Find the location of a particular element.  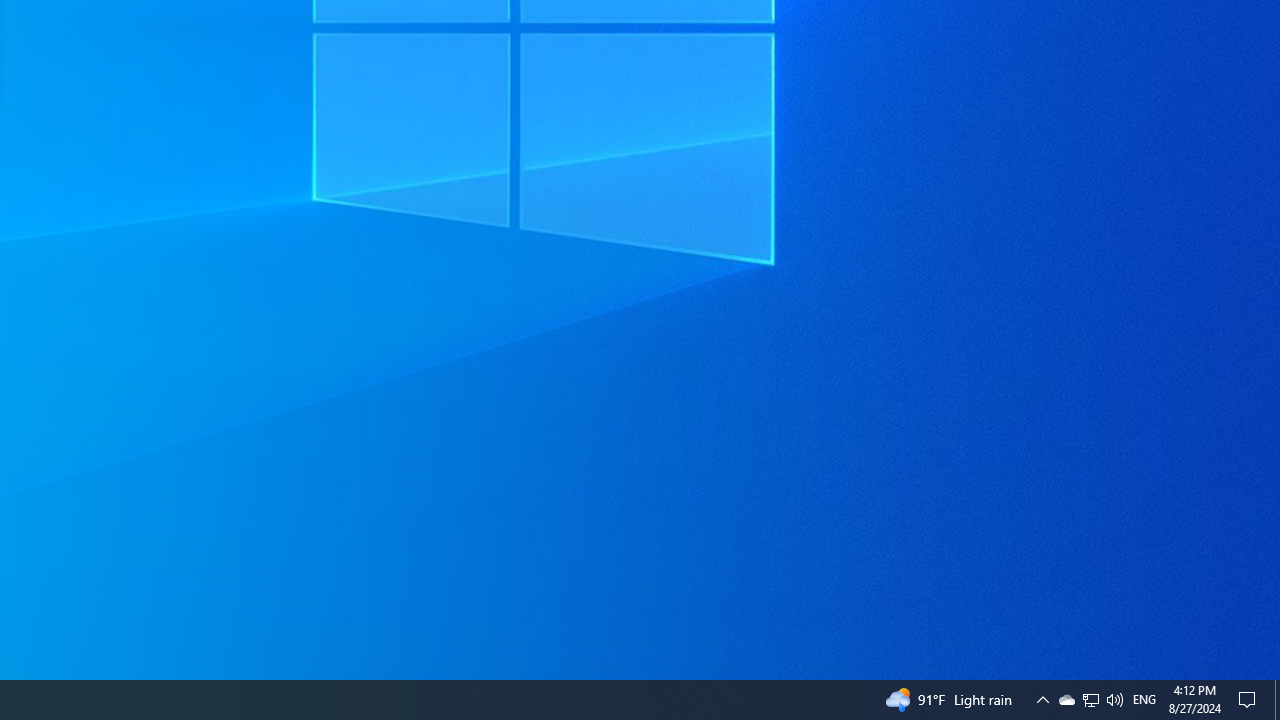

'Notification Chevron' is located at coordinates (1090, 698).